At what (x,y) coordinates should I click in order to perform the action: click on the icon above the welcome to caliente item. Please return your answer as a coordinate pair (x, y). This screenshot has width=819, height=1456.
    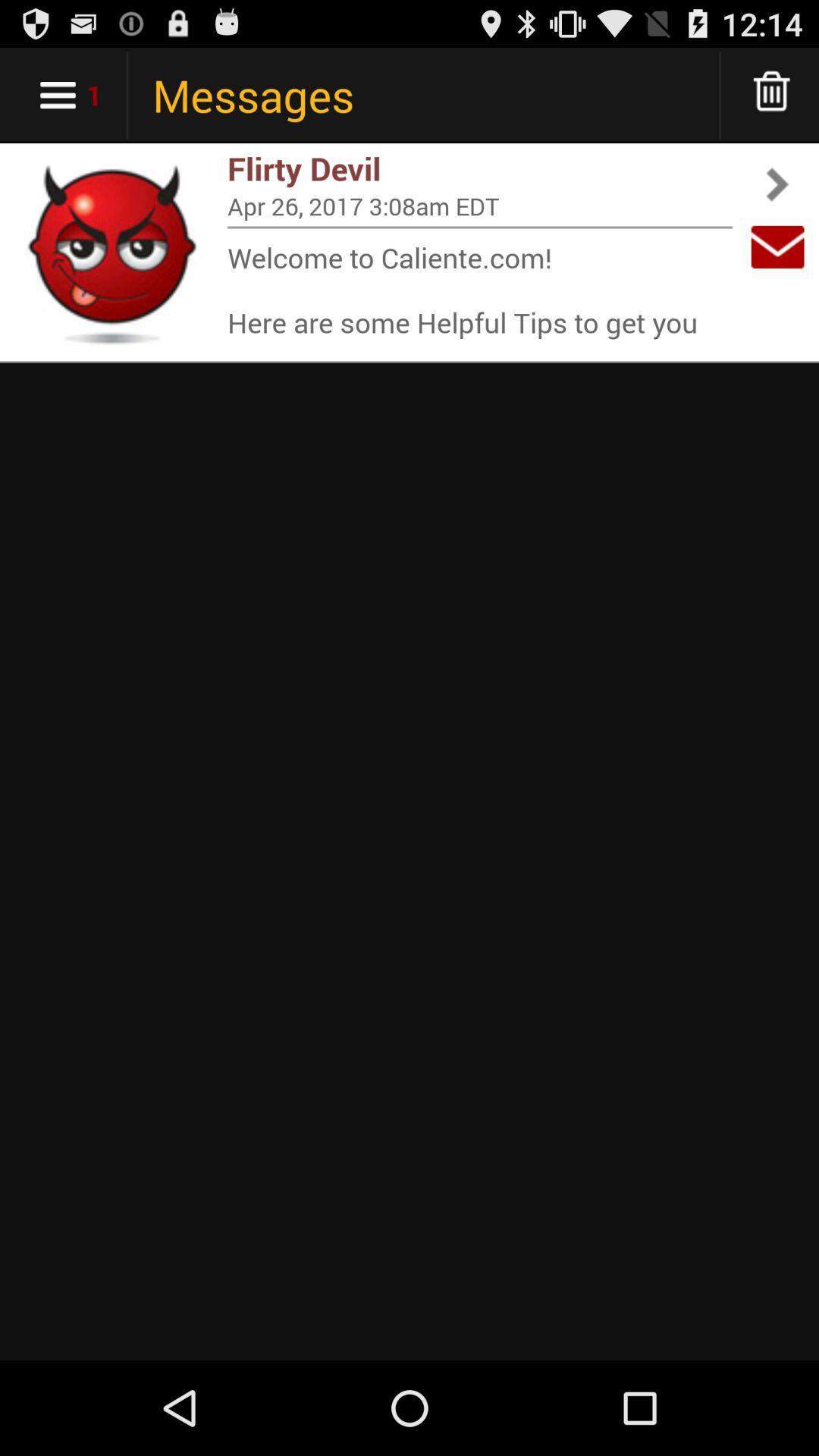
    Looking at the image, I should click on (479, 226).